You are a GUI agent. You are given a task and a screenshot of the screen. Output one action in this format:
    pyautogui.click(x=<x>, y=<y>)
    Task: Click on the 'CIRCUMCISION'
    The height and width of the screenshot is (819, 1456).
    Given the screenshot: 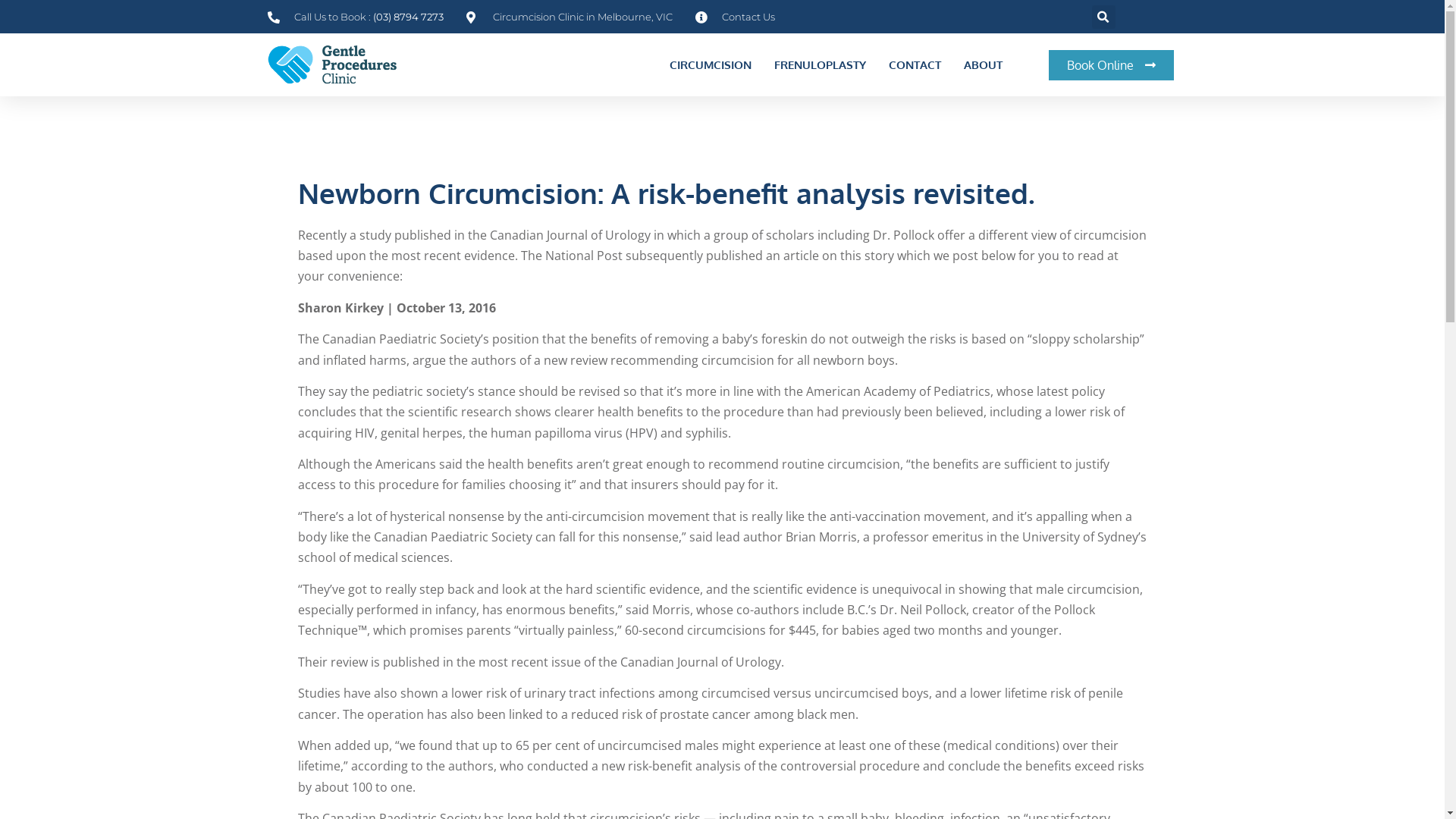 What is the action you would take?
    pyautogui.click(x=658, y=64)
    